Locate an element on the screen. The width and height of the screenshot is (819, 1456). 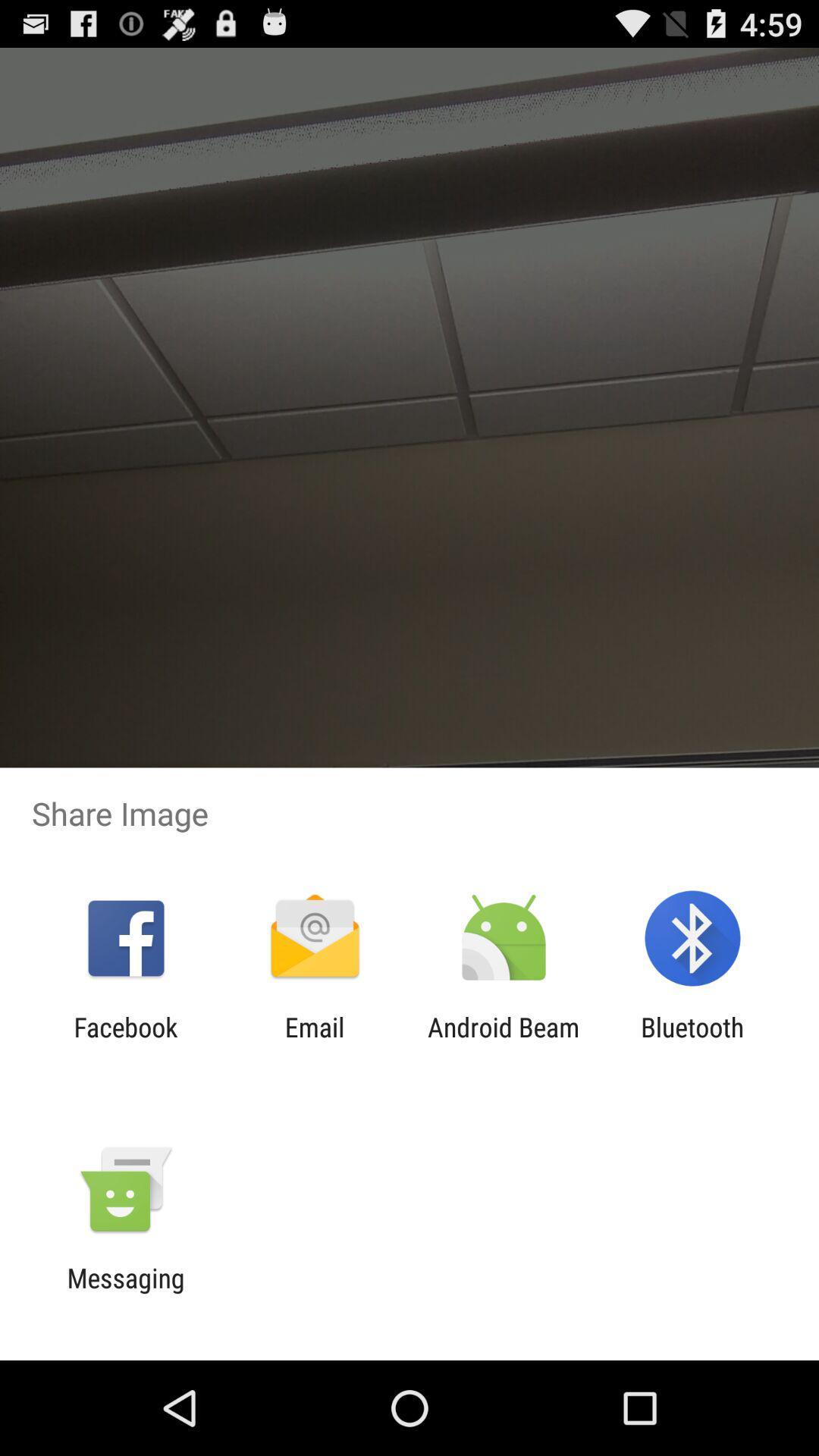
icon next to android beam icon is located at coordinates (314, 1042).